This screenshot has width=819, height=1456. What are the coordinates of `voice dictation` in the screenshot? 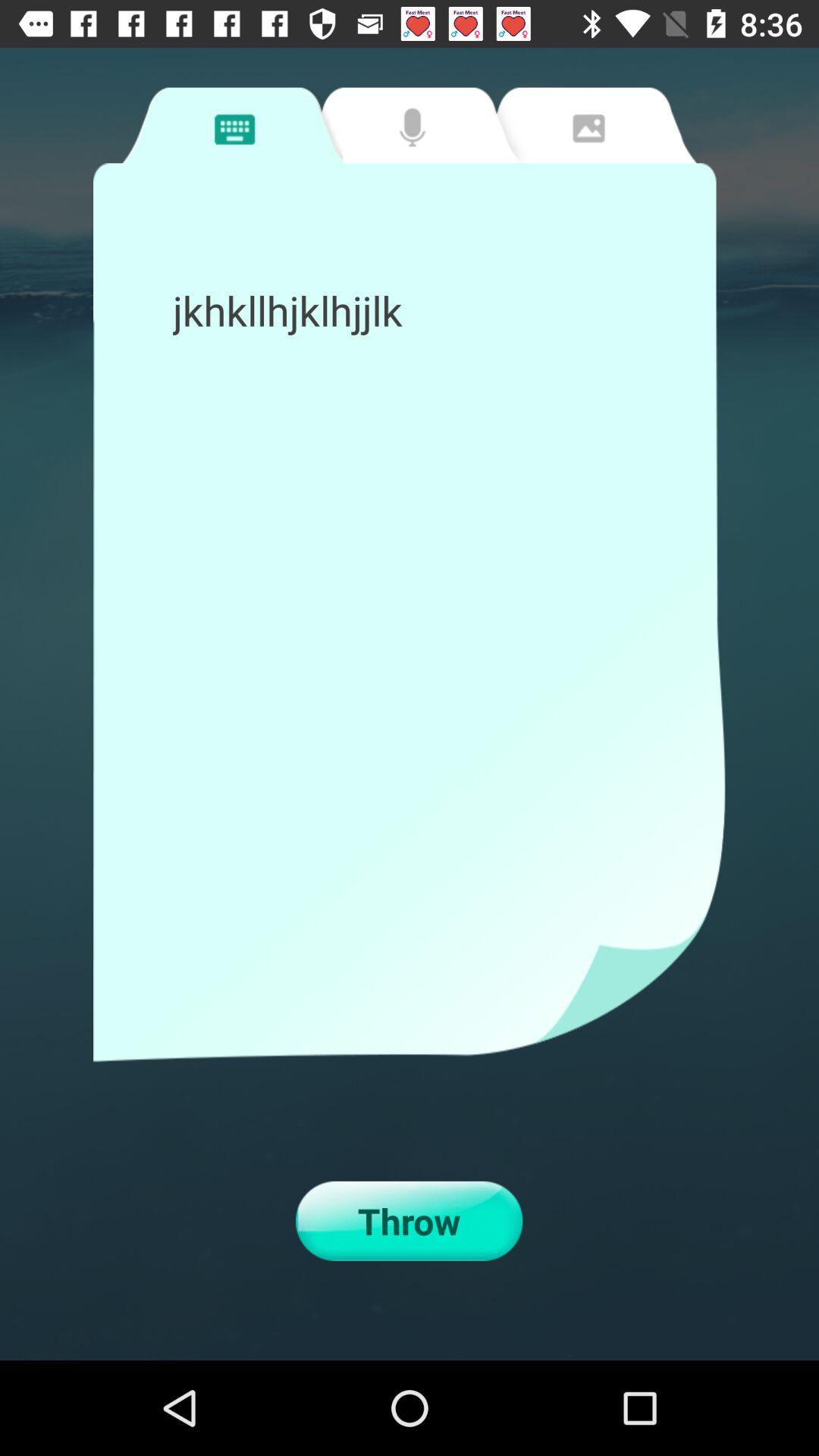 It's located at (407, 125).